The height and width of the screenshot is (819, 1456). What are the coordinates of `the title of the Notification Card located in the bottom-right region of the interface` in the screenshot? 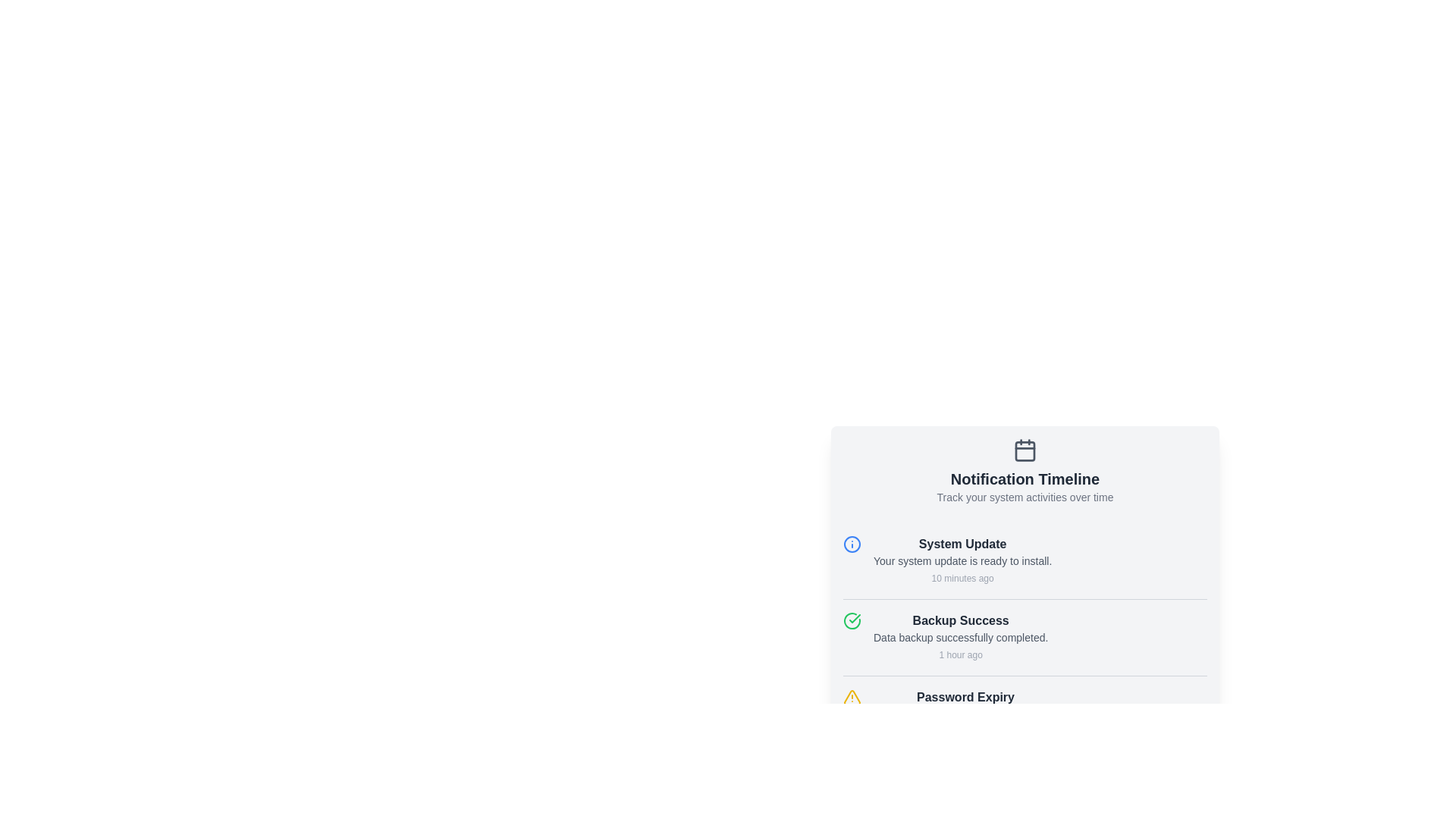 It's located at (1025, 547).